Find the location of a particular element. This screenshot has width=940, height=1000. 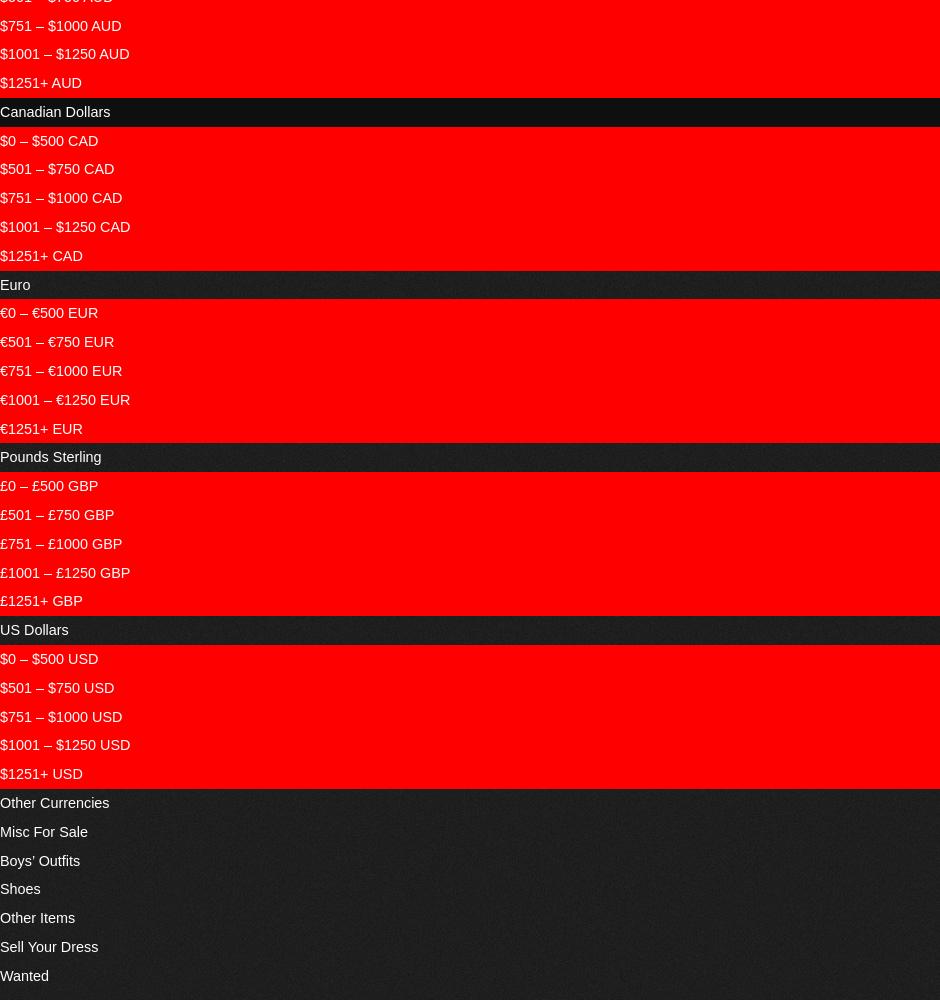

'$1001 – $1250 CAD' is located at coordinates (0, 226).